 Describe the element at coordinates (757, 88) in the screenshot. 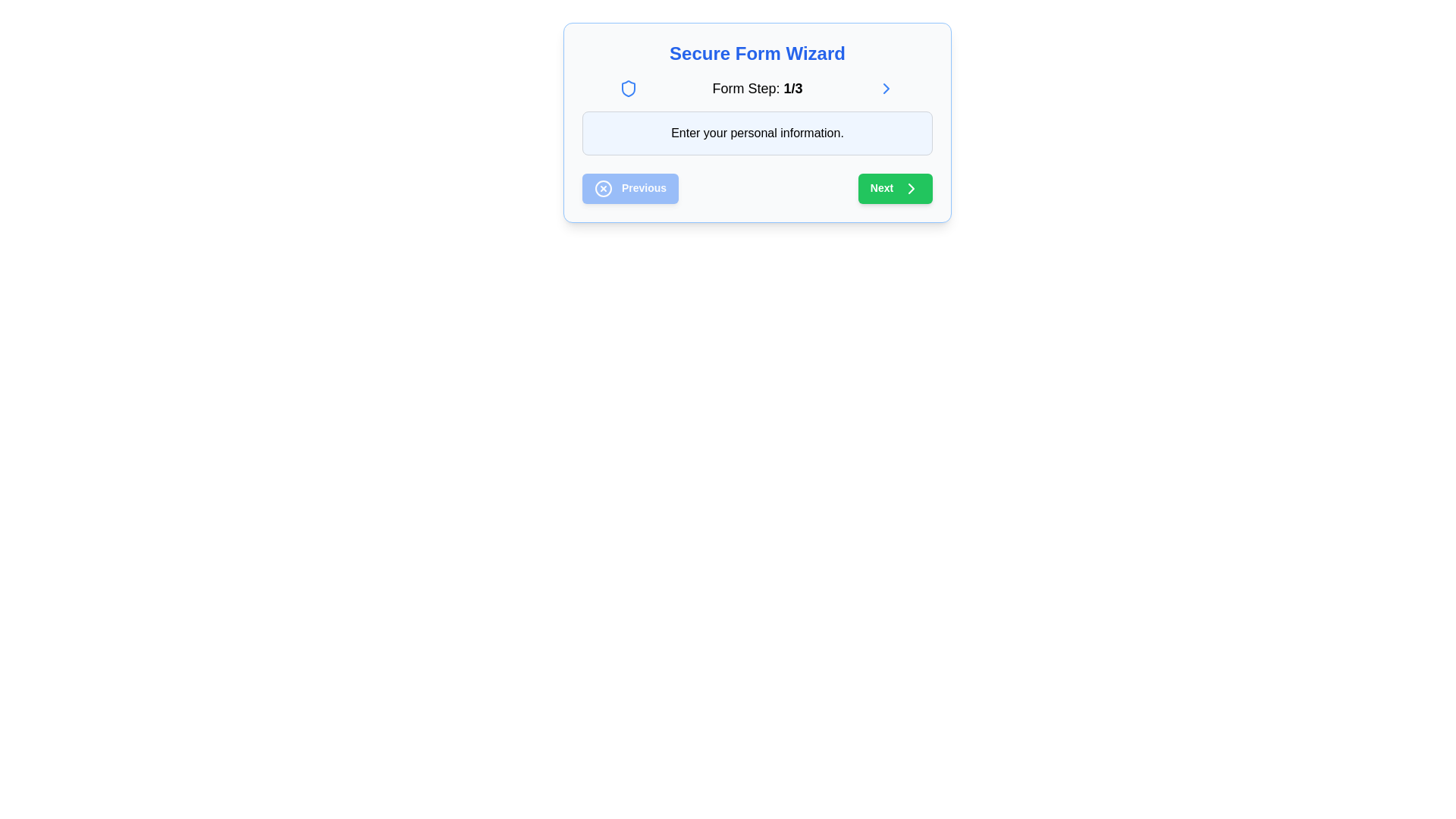

I see `the Text Label that reads 'Form Step: 1/3', which is styled with medium-sized bold font and positioned in the navigation header of the form wizard` at that location.